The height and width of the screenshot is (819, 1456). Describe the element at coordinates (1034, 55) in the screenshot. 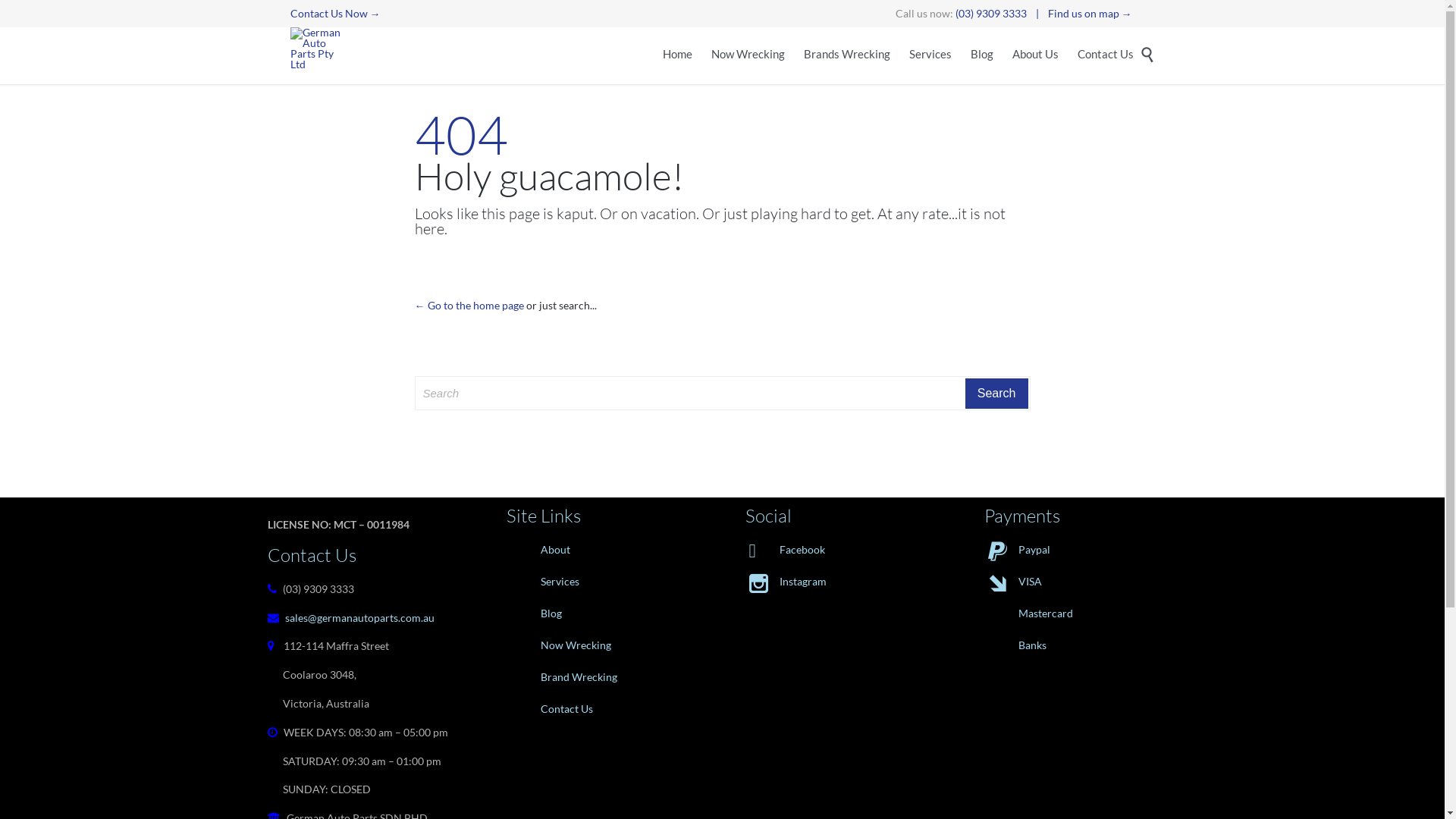

I see `'About Us'` at that location.